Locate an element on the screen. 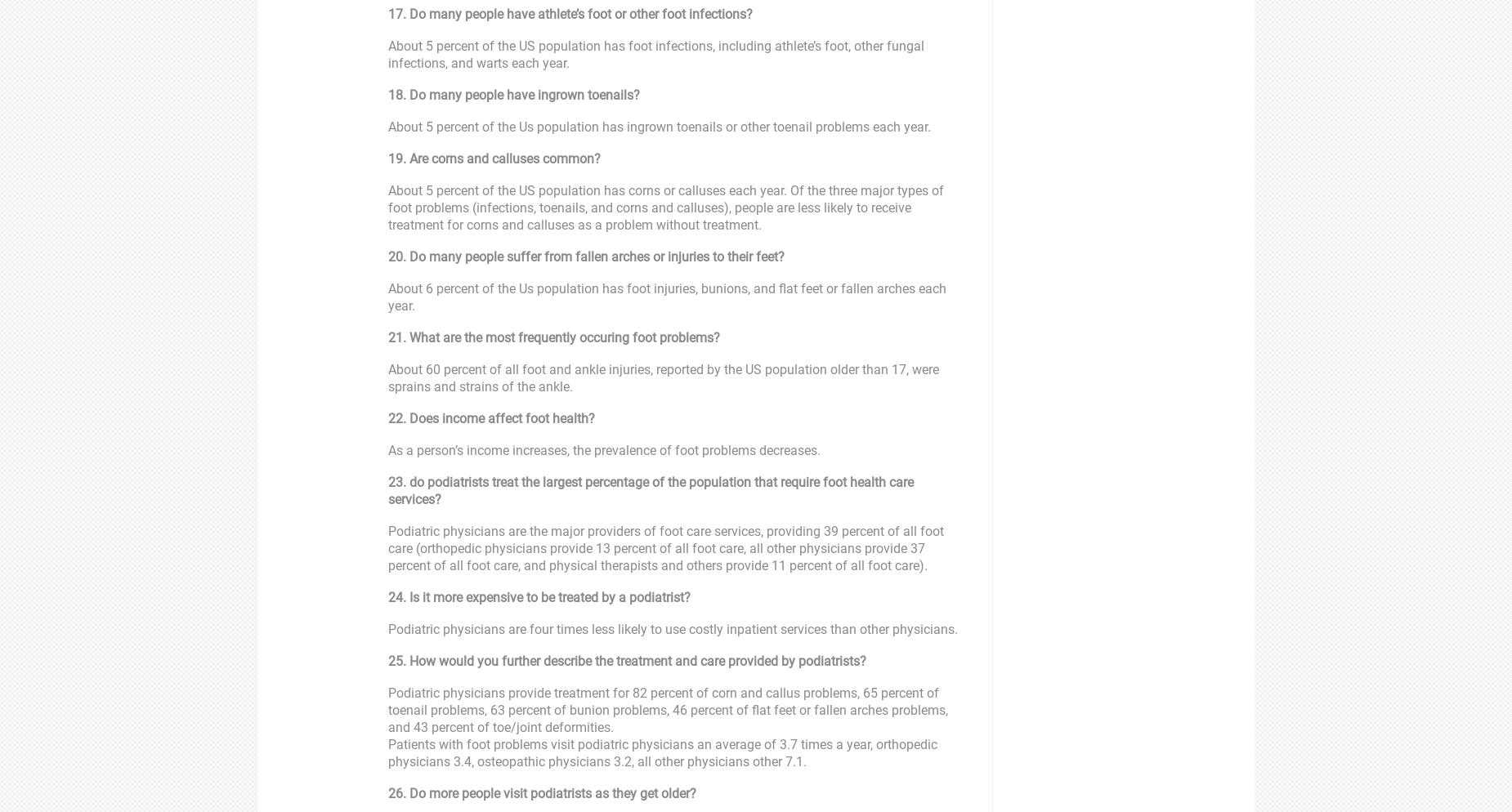  '23. do podiatrists treat the largest percentage of the population that require foot health care services?' is located at coordinates (388, 490).